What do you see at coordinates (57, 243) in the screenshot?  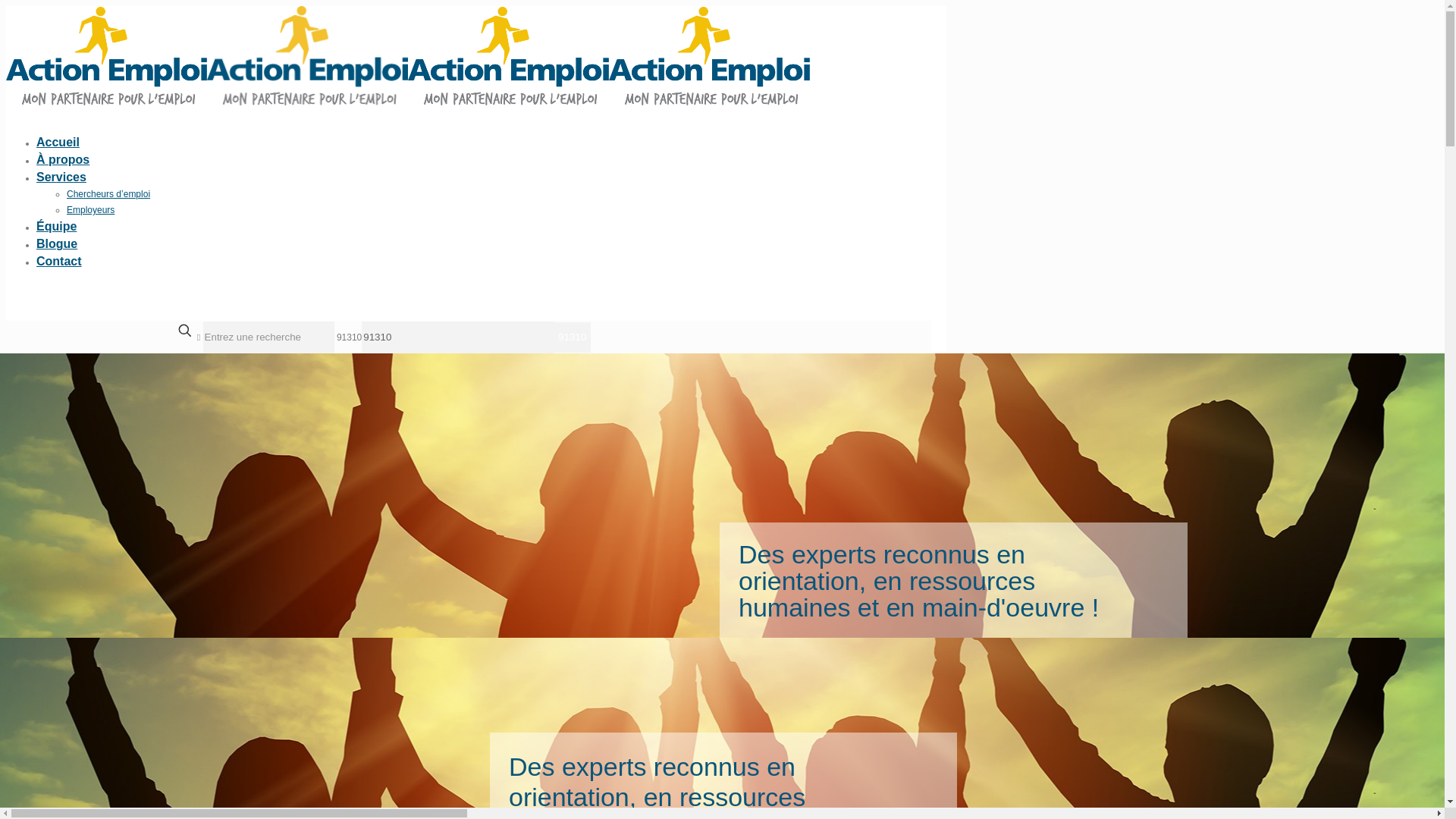 I see `'Blogue'` at bounding box center [57, 243].